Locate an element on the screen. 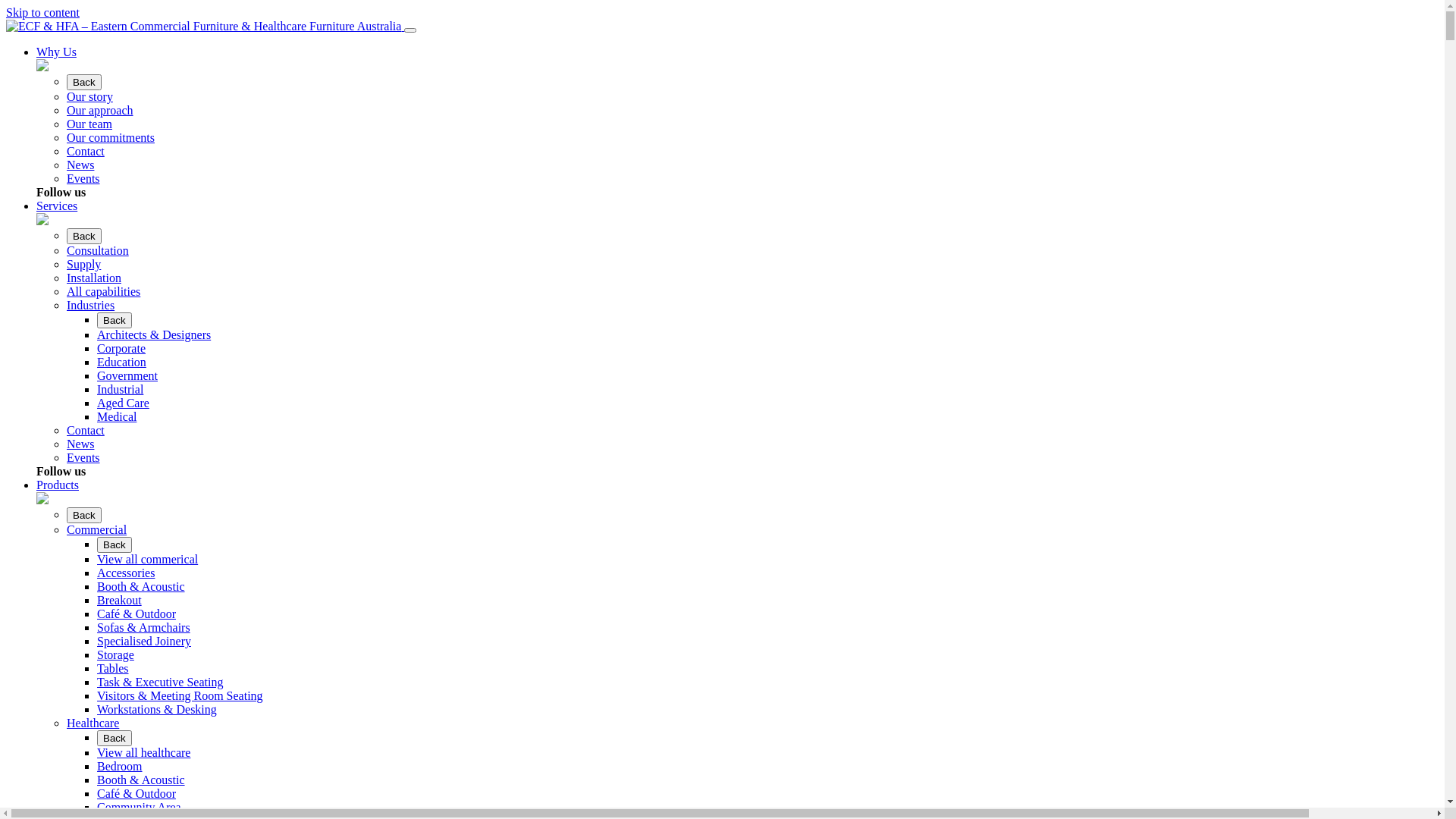 This screenshot has height=819, width=1456. 'Our team' is located at coordinates (89, 123).